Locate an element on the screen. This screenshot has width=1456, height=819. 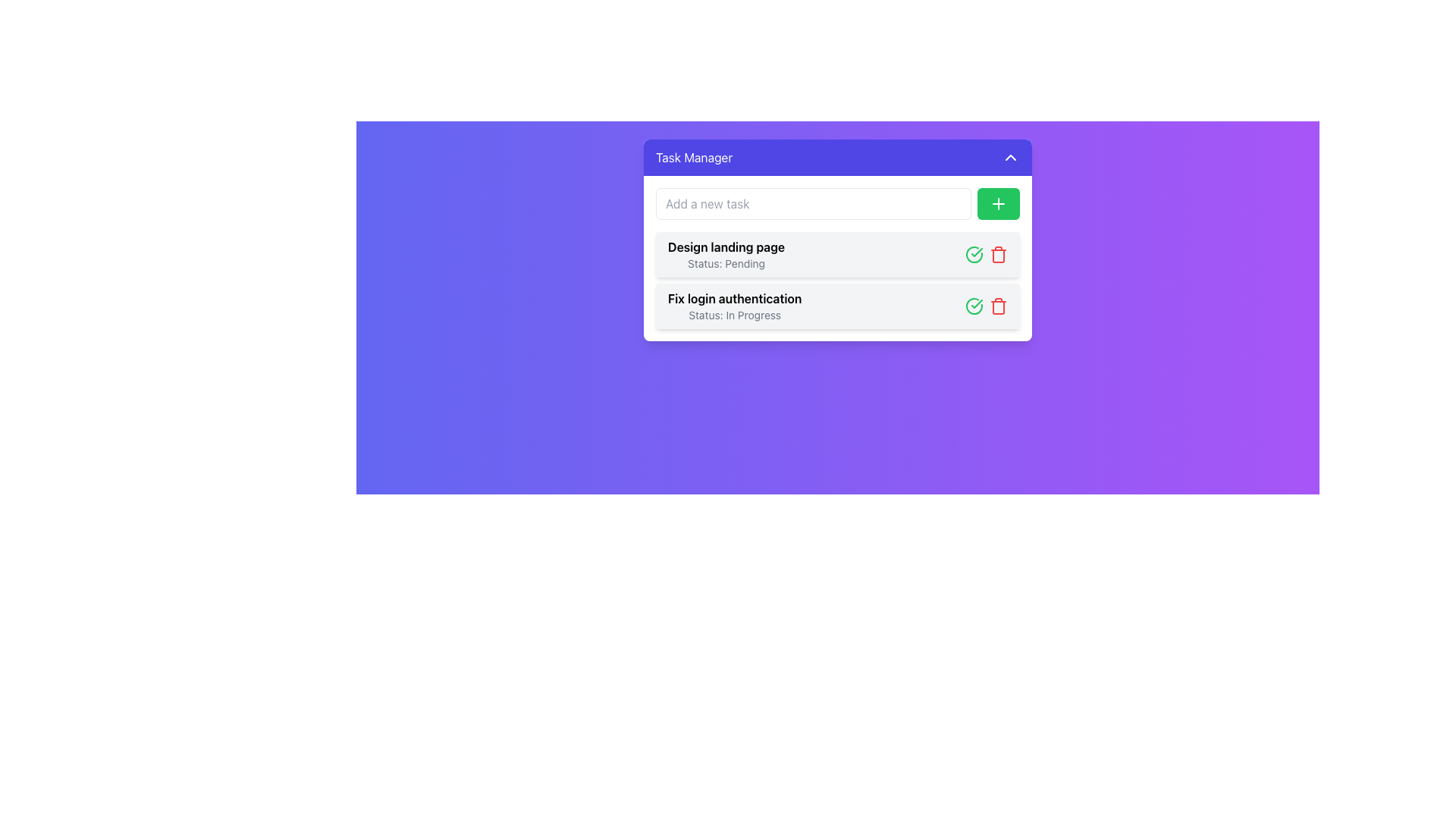
the add task button located at the far-right end of the row below the 'Task Manager' title is located at coordinates (998, 203).